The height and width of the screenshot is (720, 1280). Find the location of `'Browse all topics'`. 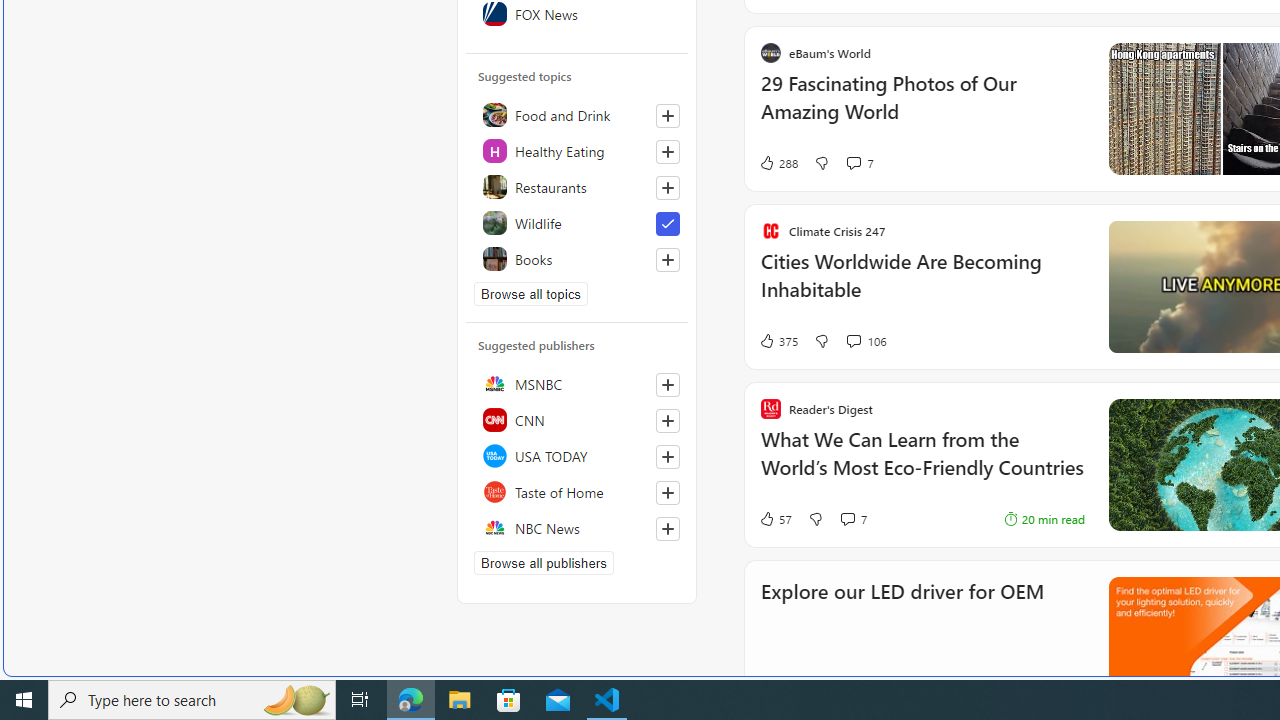

'Browse all topics' is located at coordinates (531, 294).